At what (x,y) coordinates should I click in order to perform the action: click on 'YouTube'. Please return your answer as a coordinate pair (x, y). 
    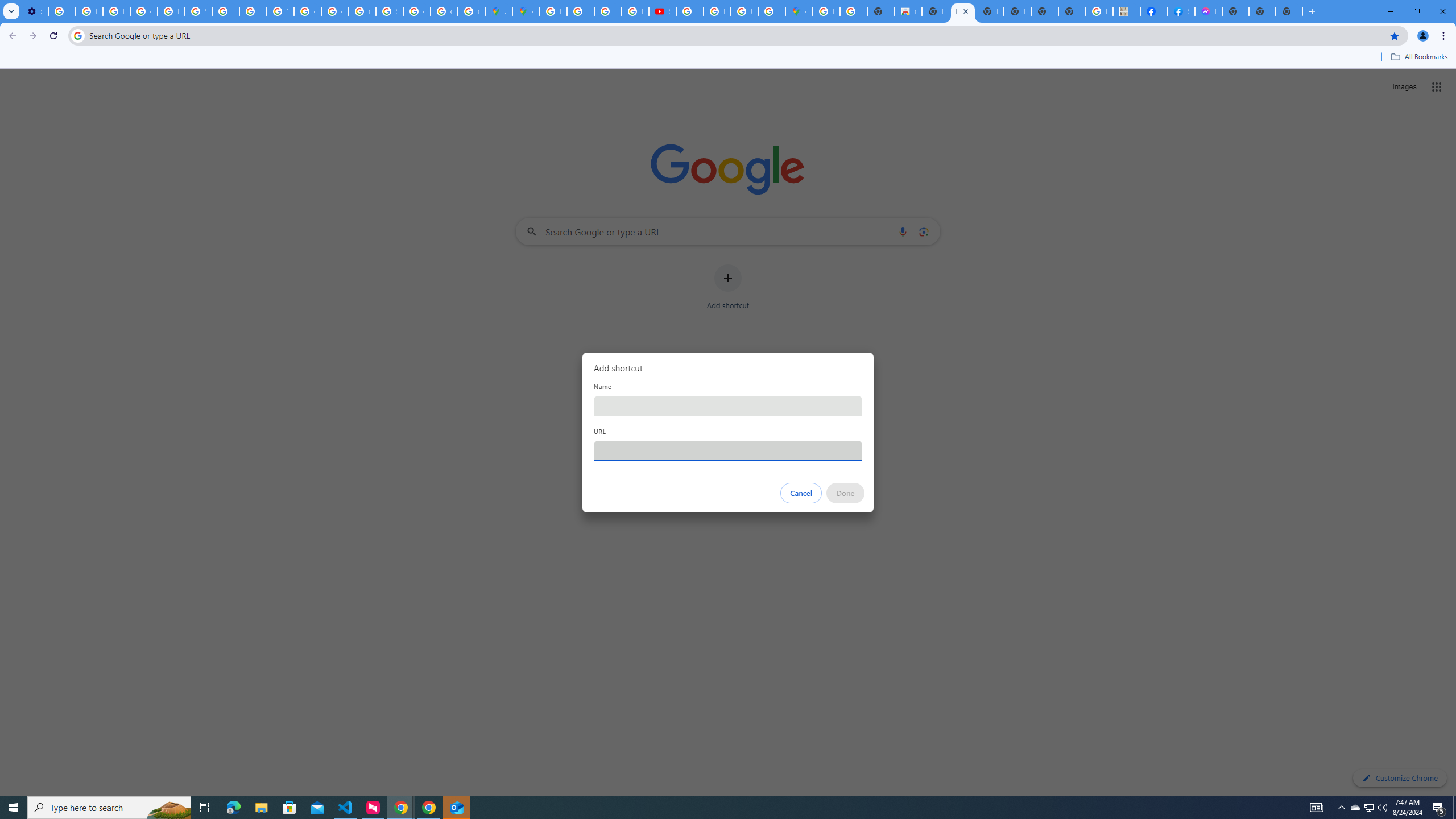
    Looking at the image, I should click on (197, 11).